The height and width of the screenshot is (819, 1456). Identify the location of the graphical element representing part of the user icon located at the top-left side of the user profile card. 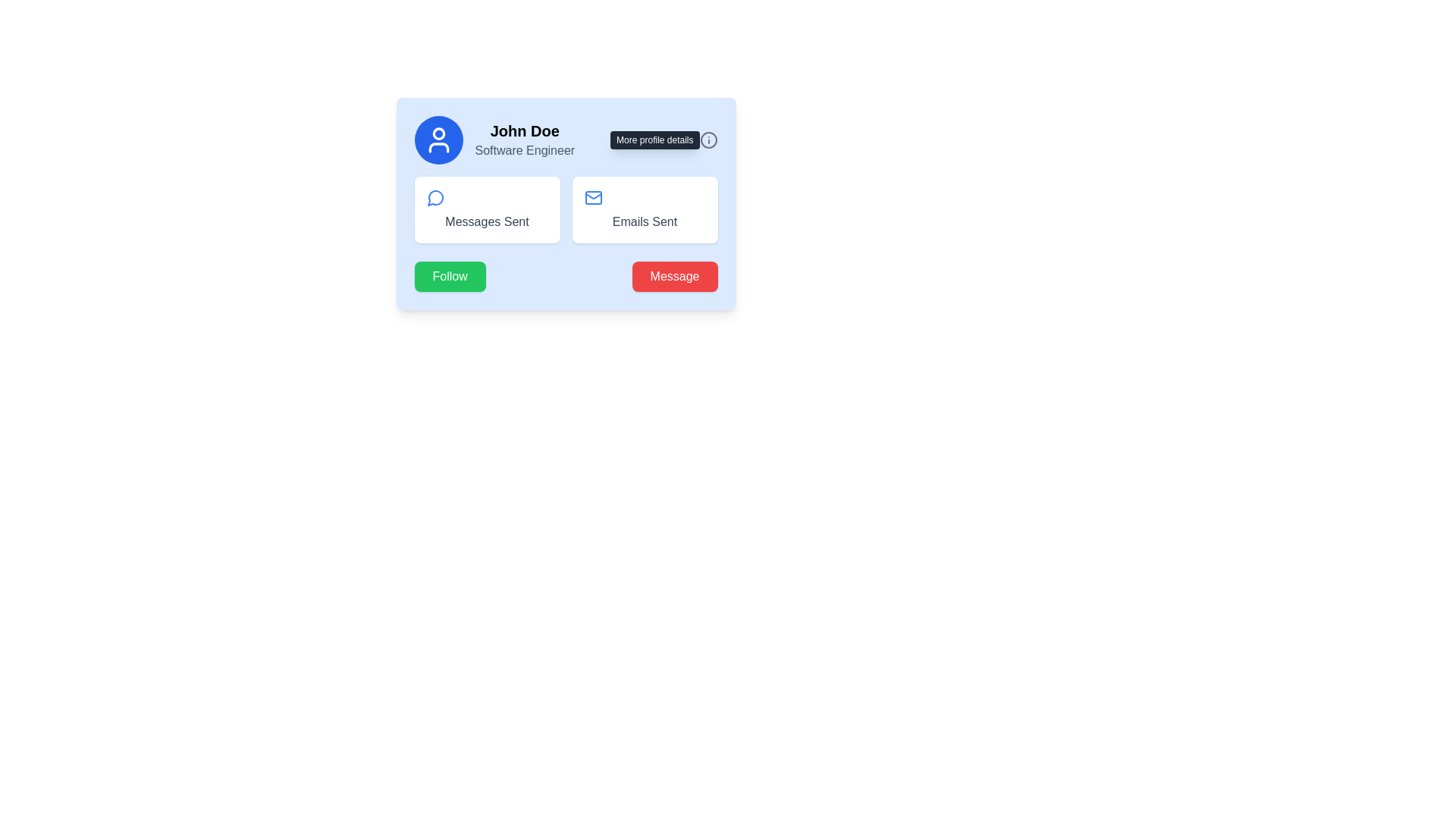
(438, 133).